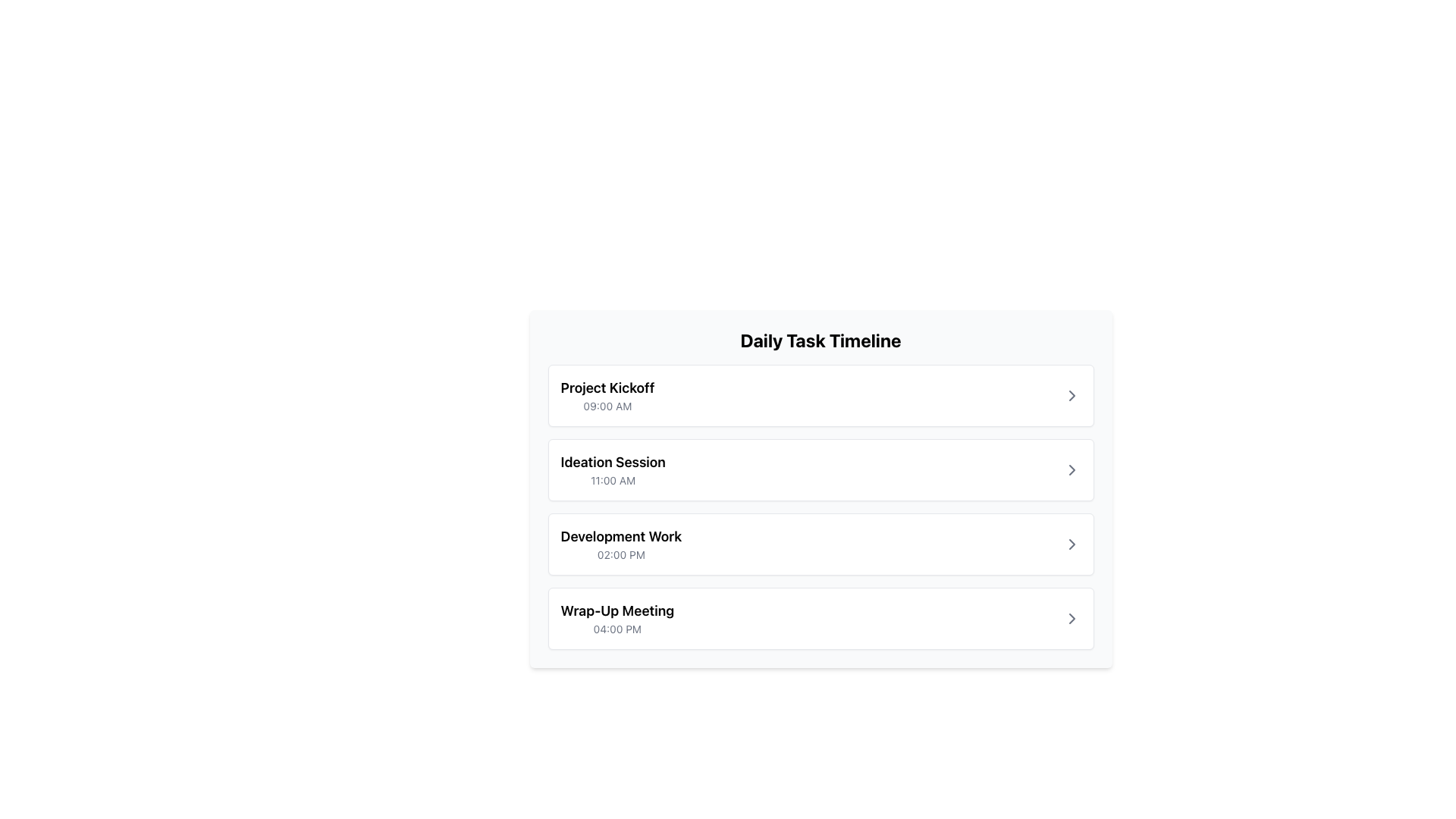  Describe the element at coordinates (617, 610) in the screenshot. I see `the text label displaying 'Wrap-Up Meeting', which is the title of the fourth entry in the 'Daily Task Timeline'` at that location.